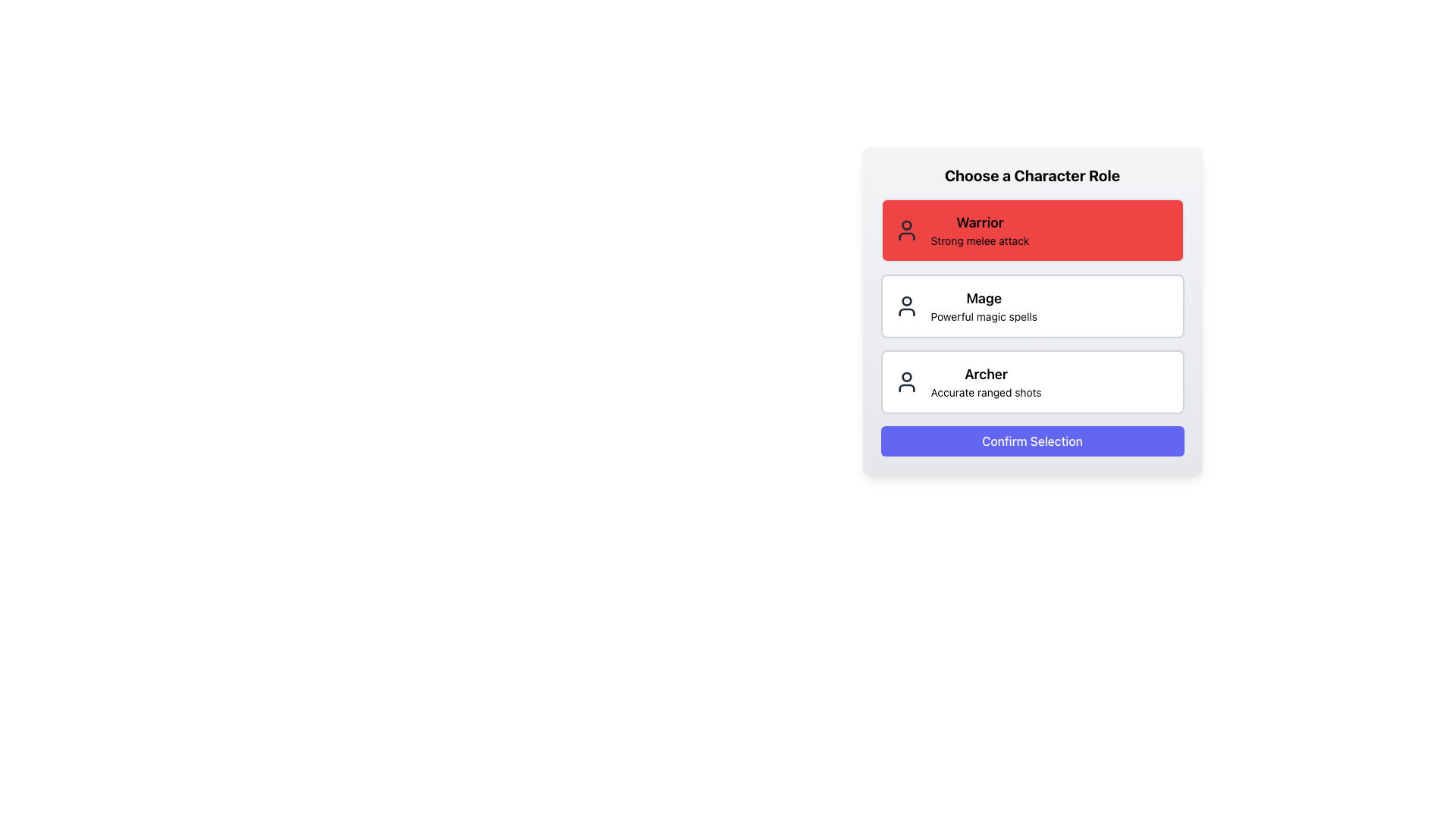  I want to click on to select the 'Mage' character role option from the vertical list of character roles, which is the second option in the list, so click(1031, 306).